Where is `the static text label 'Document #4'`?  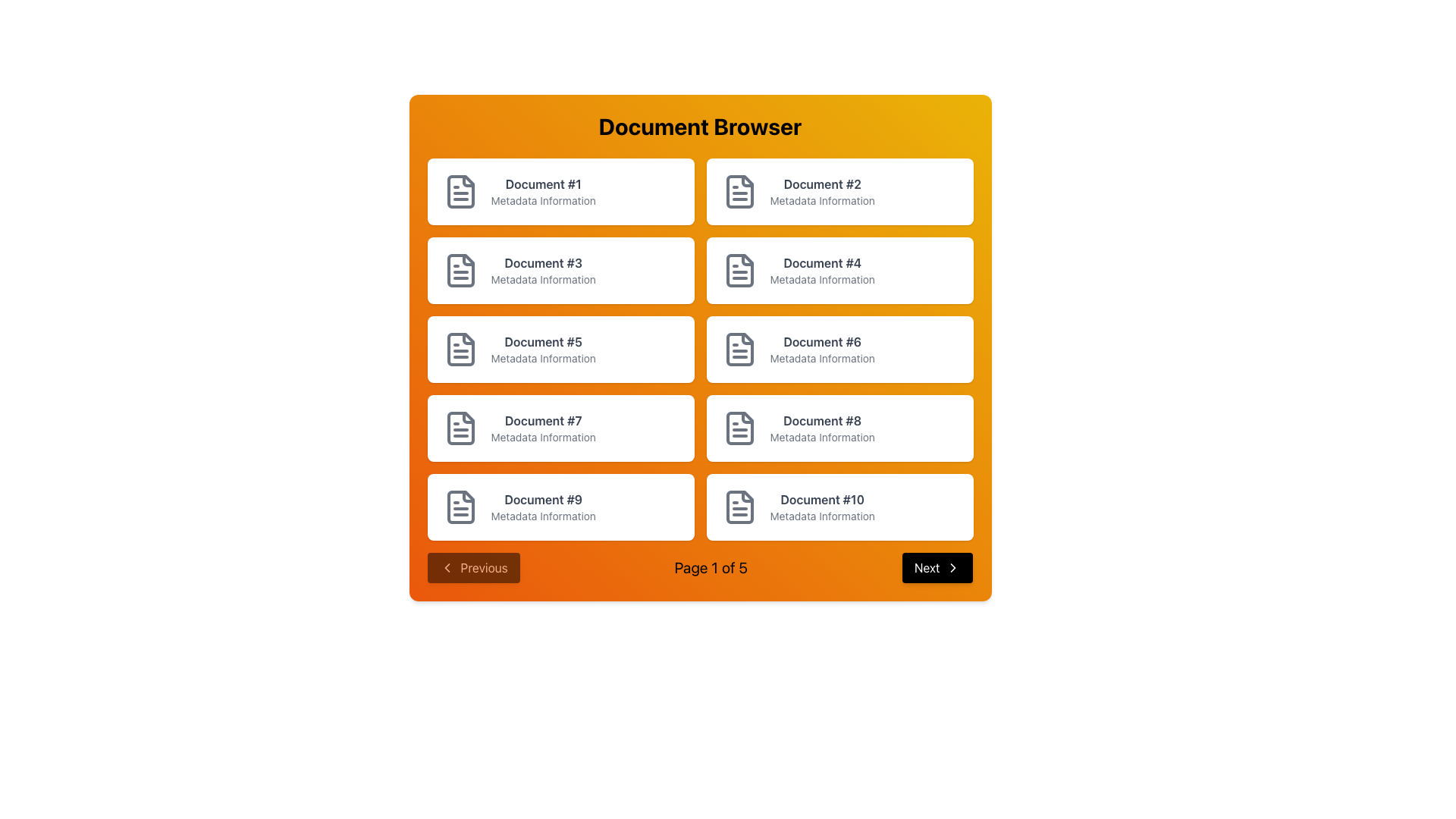 the static text label 'Document #4' is located at coordinates (821, 262).